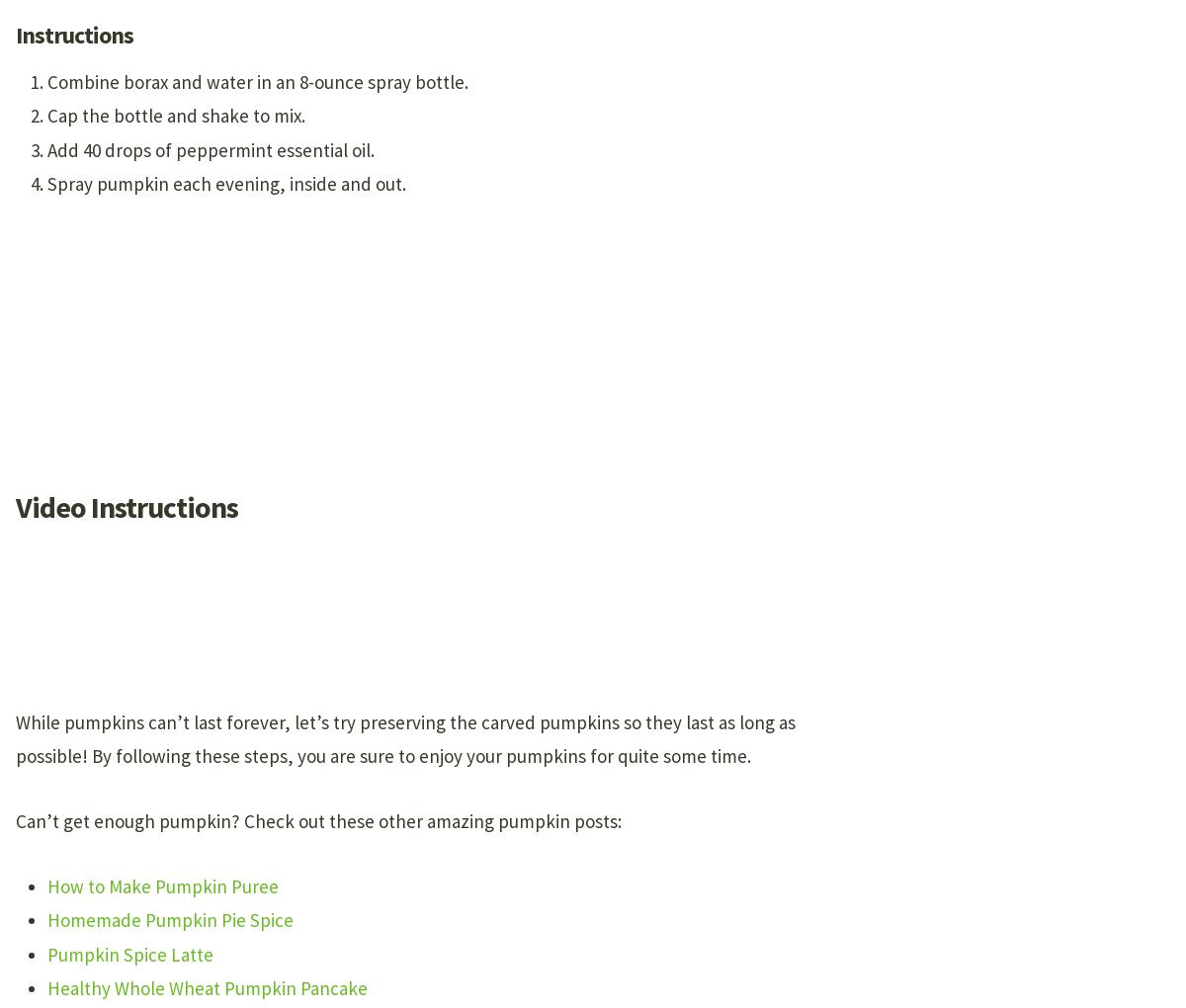 The width and height of the screenshot is (1186, 1008). What do you see at coordinates (318, 819) in the screenshot?
I see `'Can’t get enough pumpkin? Check out these other amazing pumpkin posts:'` at bounding box center [318, 819].